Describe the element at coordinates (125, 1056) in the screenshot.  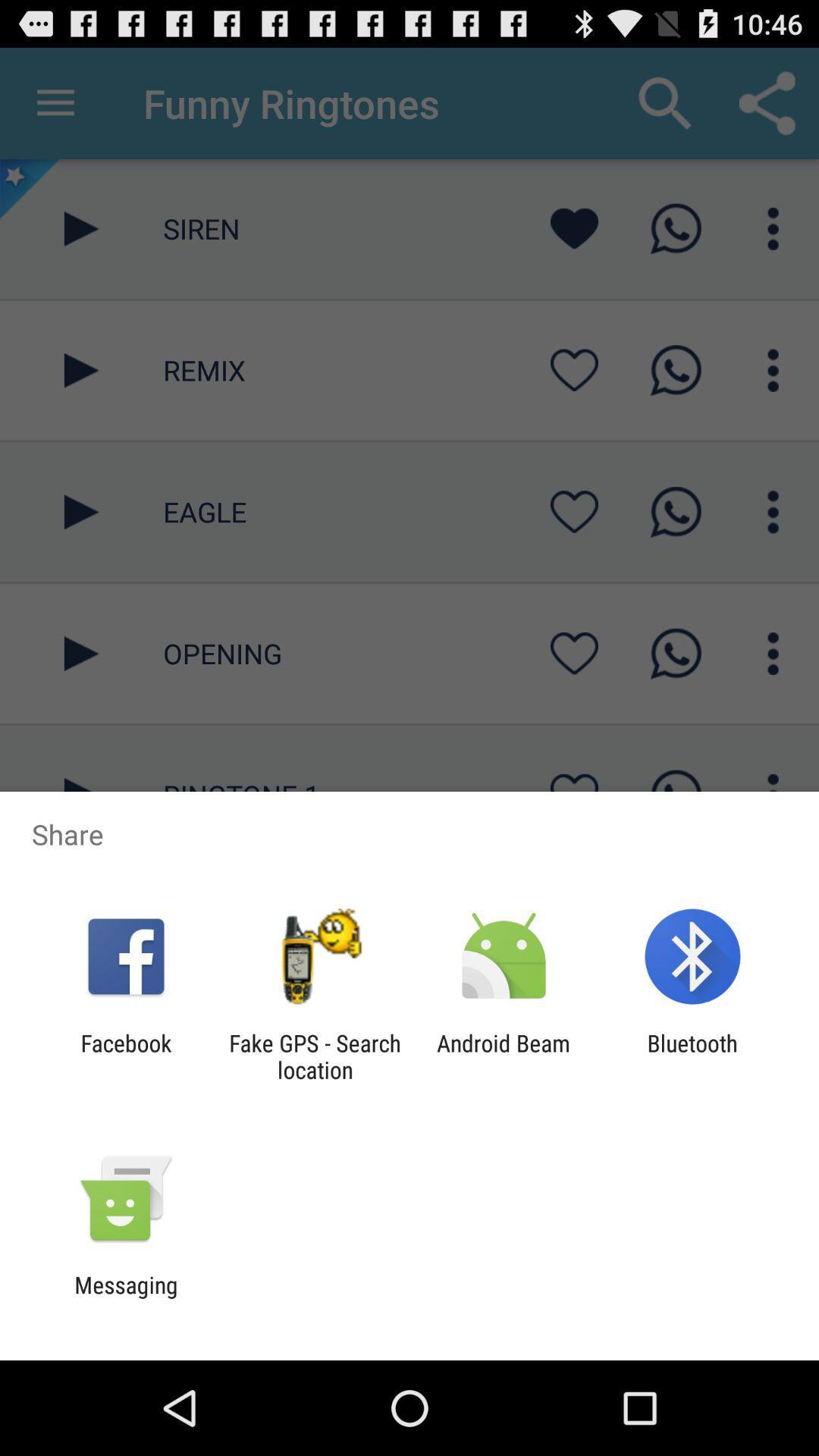
I see `the facebook app` at that location.